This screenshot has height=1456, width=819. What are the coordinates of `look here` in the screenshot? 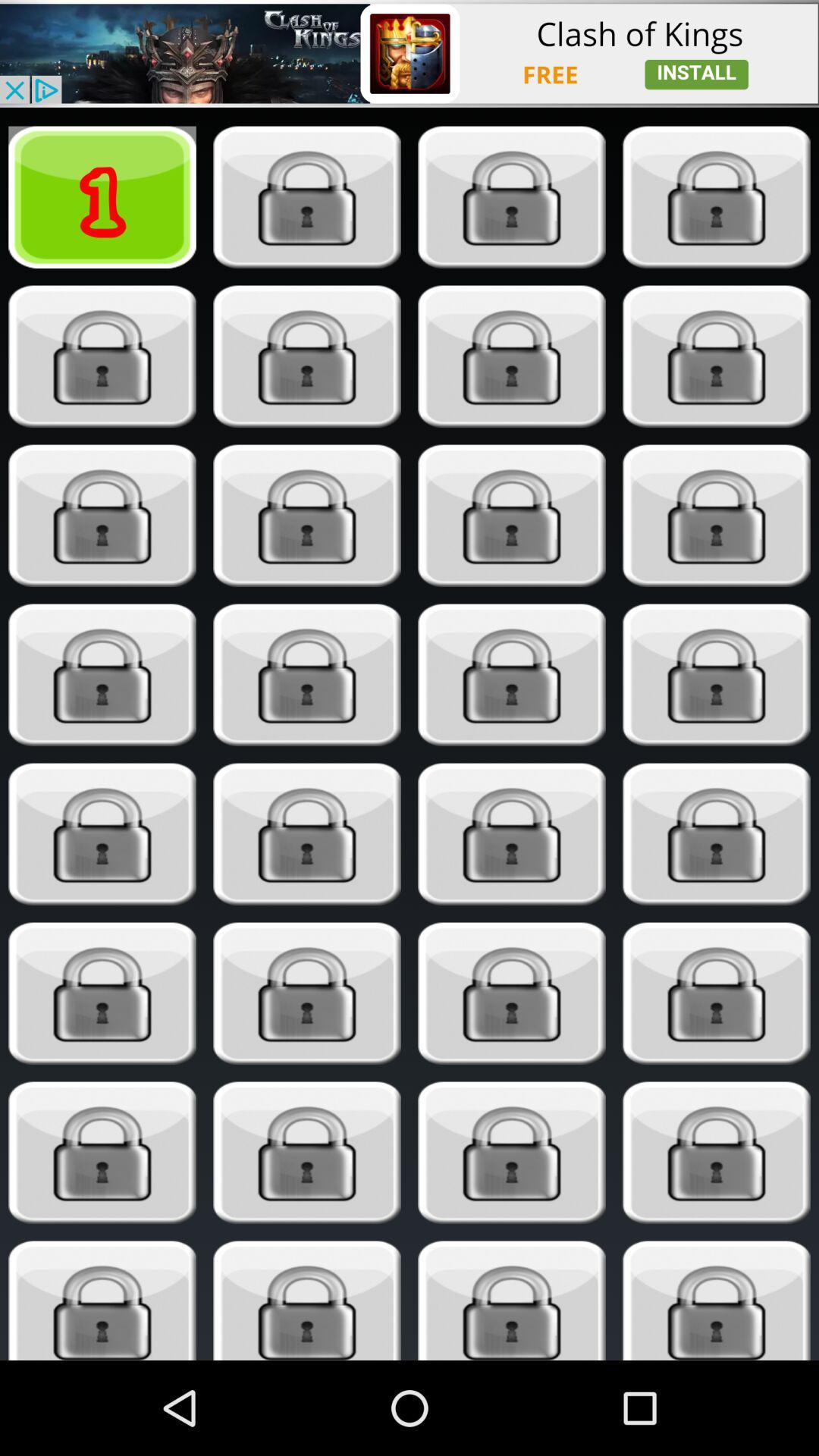 It's located at (512, 516).